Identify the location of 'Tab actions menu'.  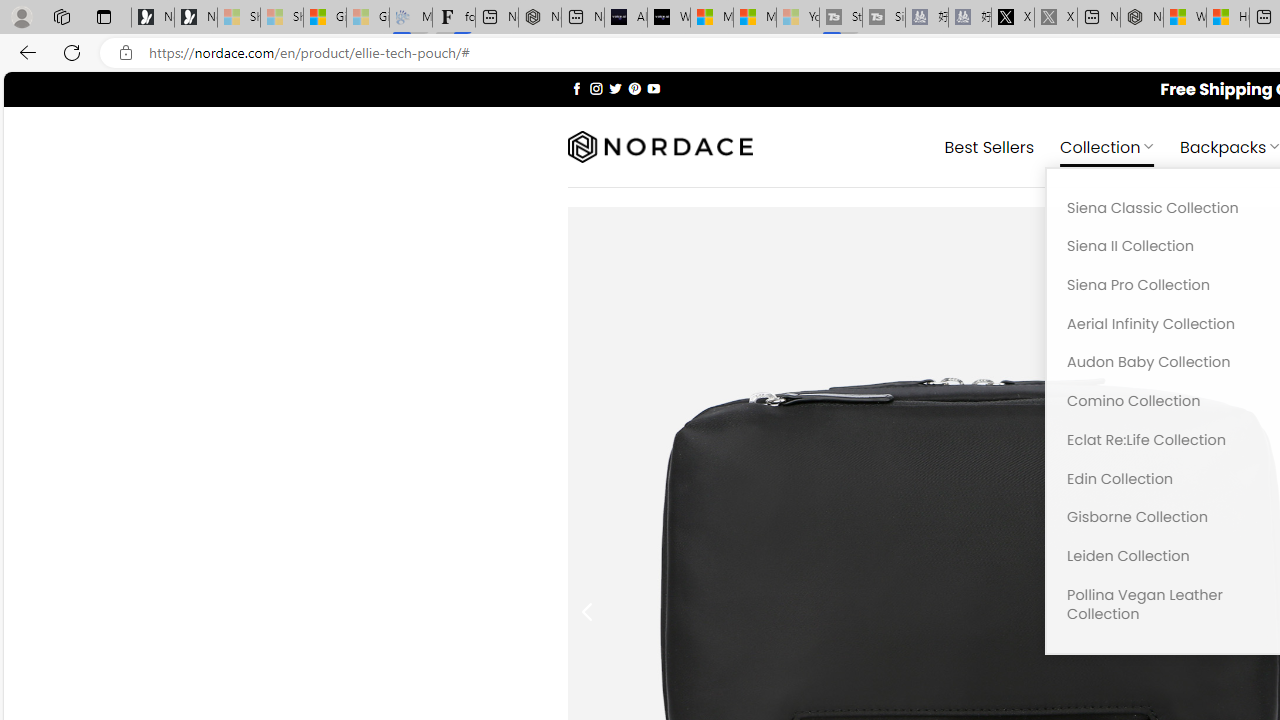
(103, 16).